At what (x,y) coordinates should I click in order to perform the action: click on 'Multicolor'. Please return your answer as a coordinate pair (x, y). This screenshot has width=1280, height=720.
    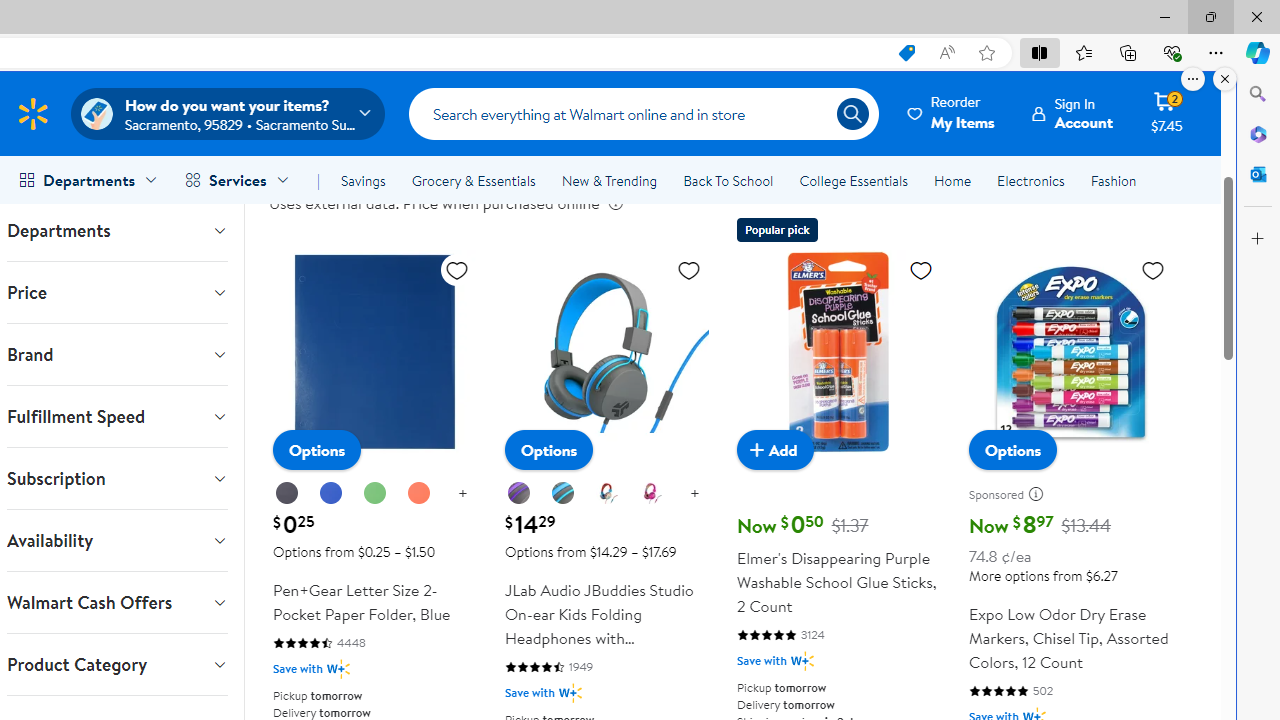
    Looking at the image, I should click on (606, 494).